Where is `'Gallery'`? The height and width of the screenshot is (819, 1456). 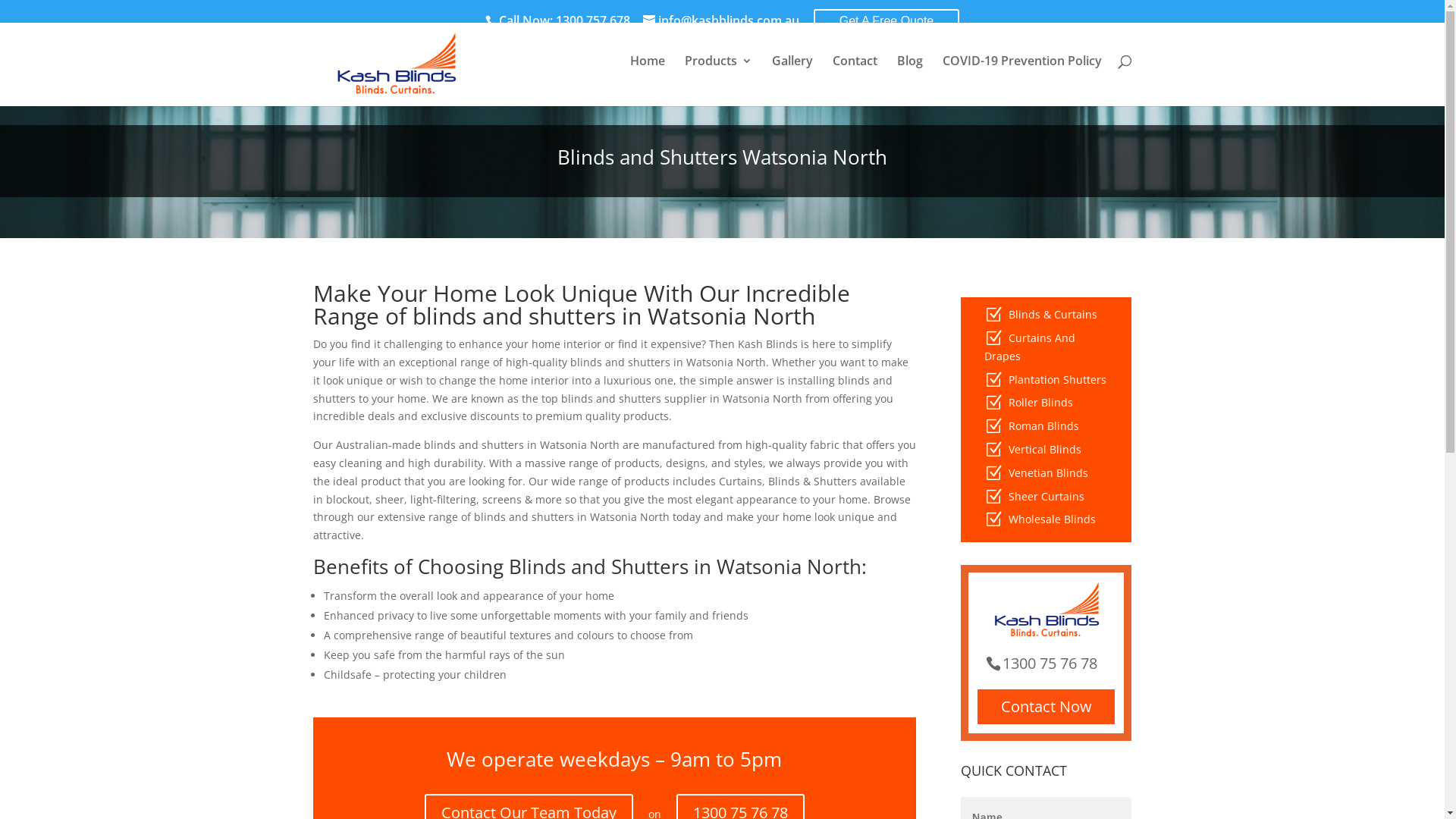 'Gallery' is located at coordinates (792, 73).